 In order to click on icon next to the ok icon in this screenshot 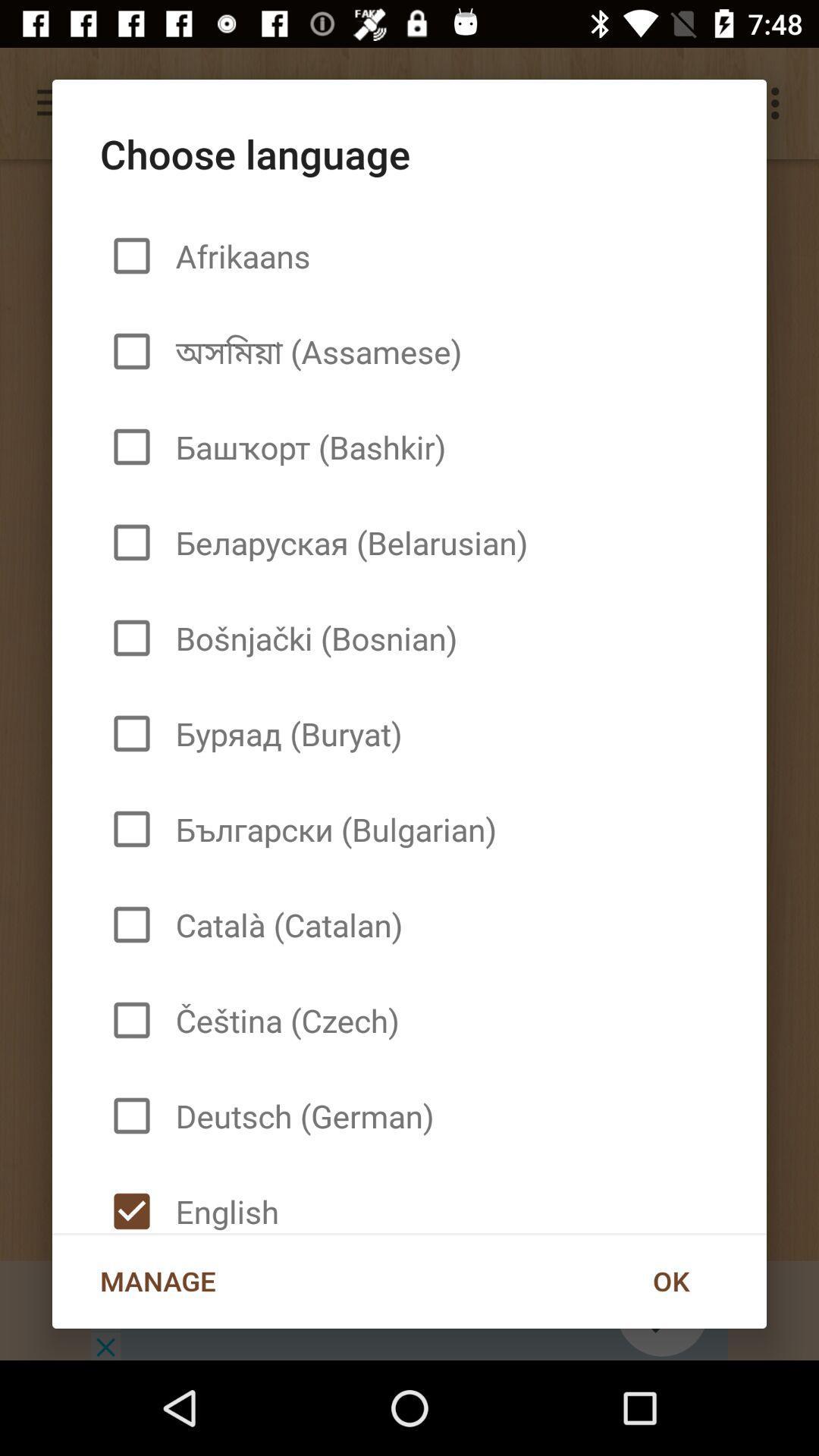, I will do `click(221, 1197)`.